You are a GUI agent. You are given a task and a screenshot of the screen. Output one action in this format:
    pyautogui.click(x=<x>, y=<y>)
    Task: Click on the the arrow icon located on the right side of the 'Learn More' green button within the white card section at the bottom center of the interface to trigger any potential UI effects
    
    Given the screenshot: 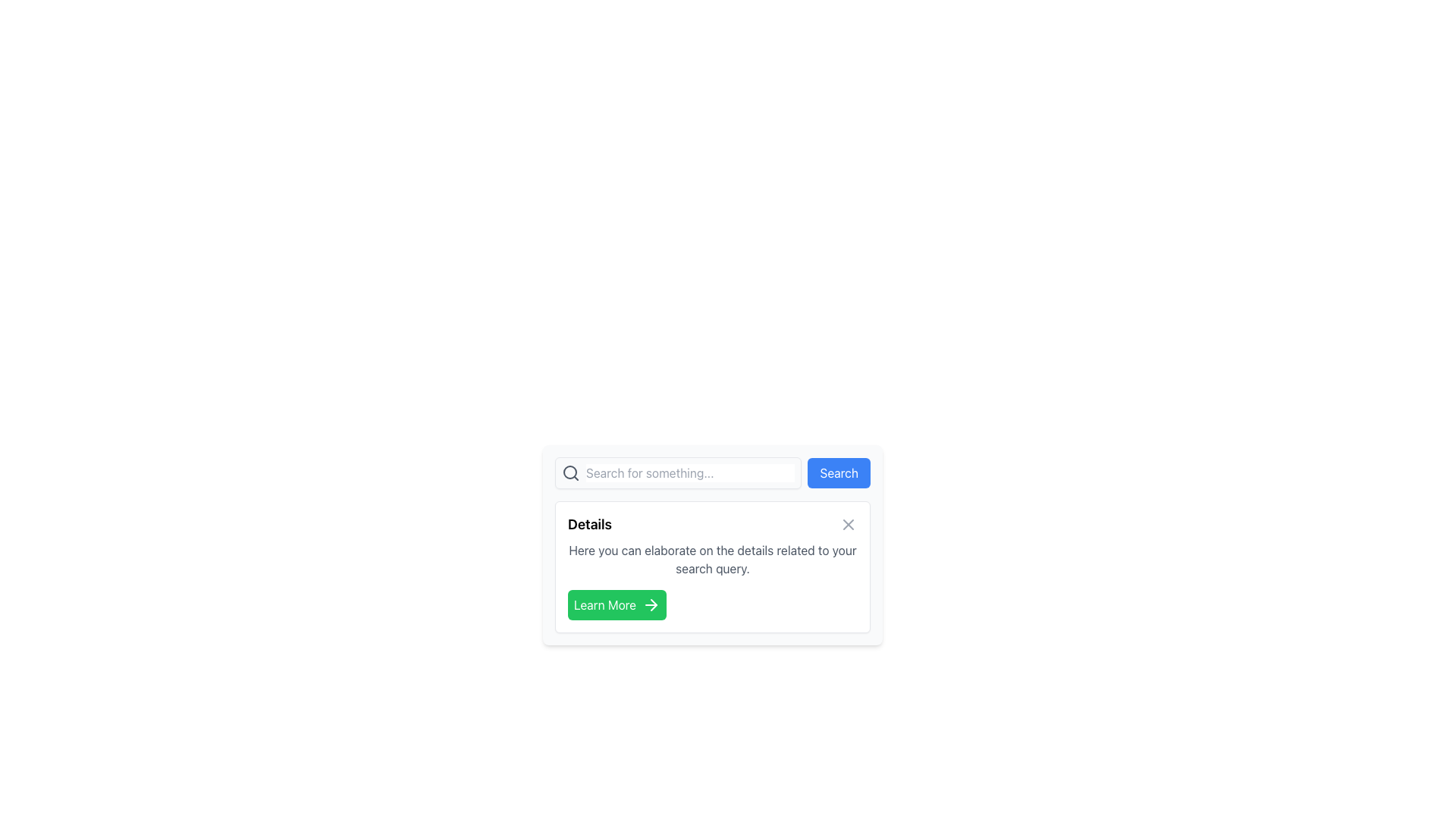 What is the action you would take?
    pyautogui.click(x=651, y=604)
    